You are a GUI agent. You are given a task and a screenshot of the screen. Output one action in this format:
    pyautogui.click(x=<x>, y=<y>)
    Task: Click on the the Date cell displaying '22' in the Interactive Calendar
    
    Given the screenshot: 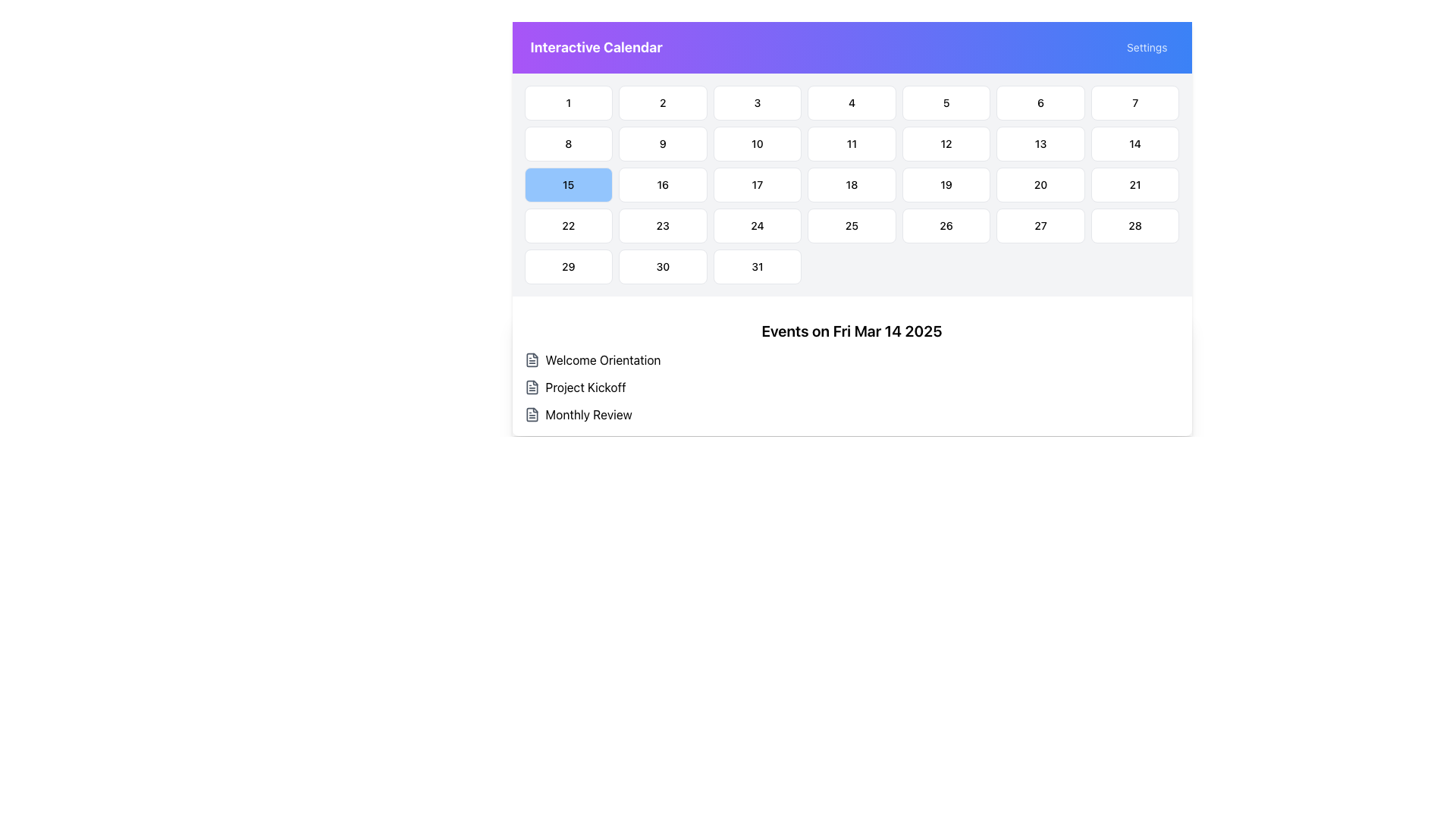 What is the action you would take?
    pyautogui.click(x=567, y=225)
    